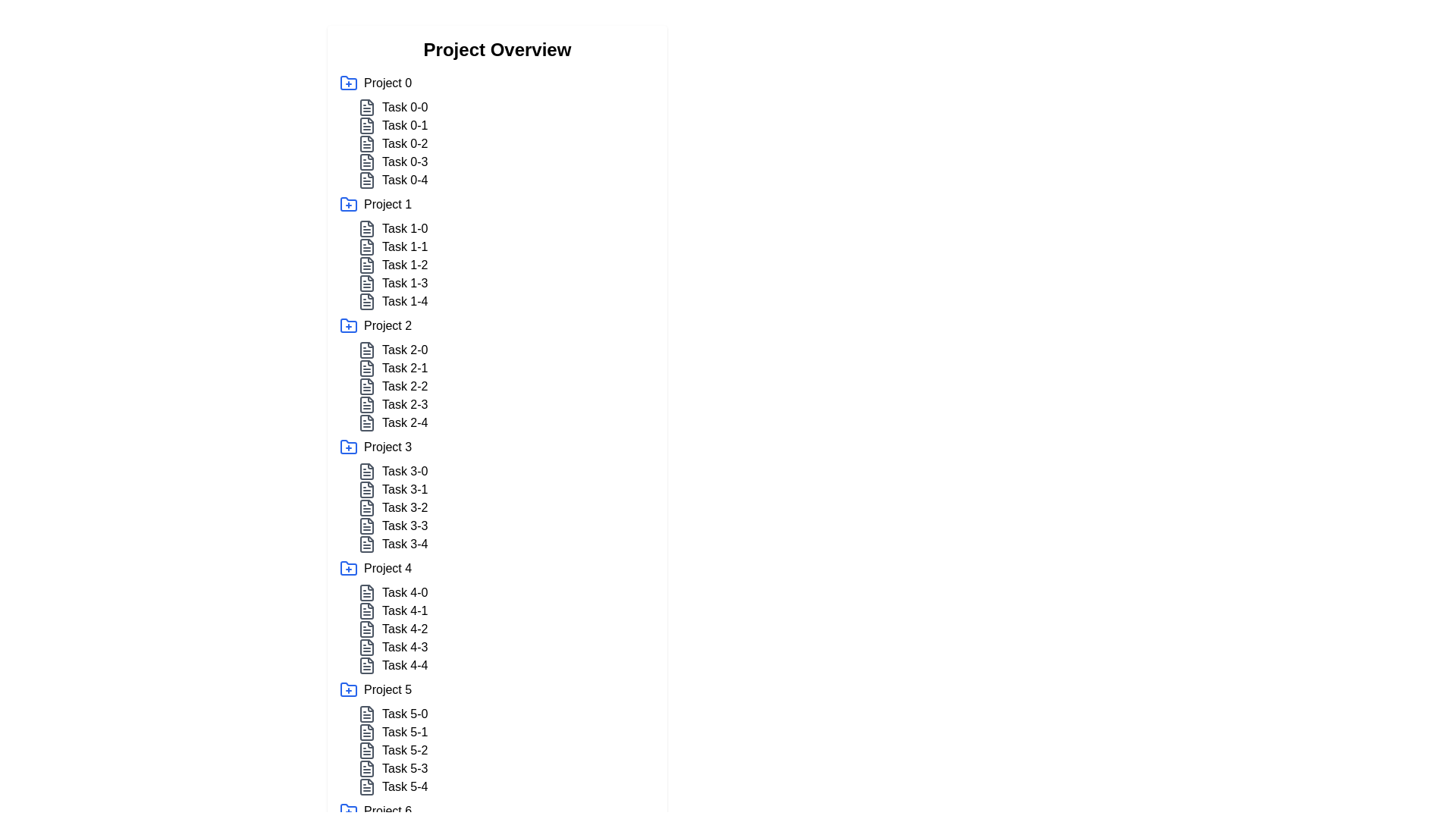 The height and width of the screenshot is (819, 1456). I want to click on the 'Project 4' section of the collapsible list group to view options, so click(497, 617).